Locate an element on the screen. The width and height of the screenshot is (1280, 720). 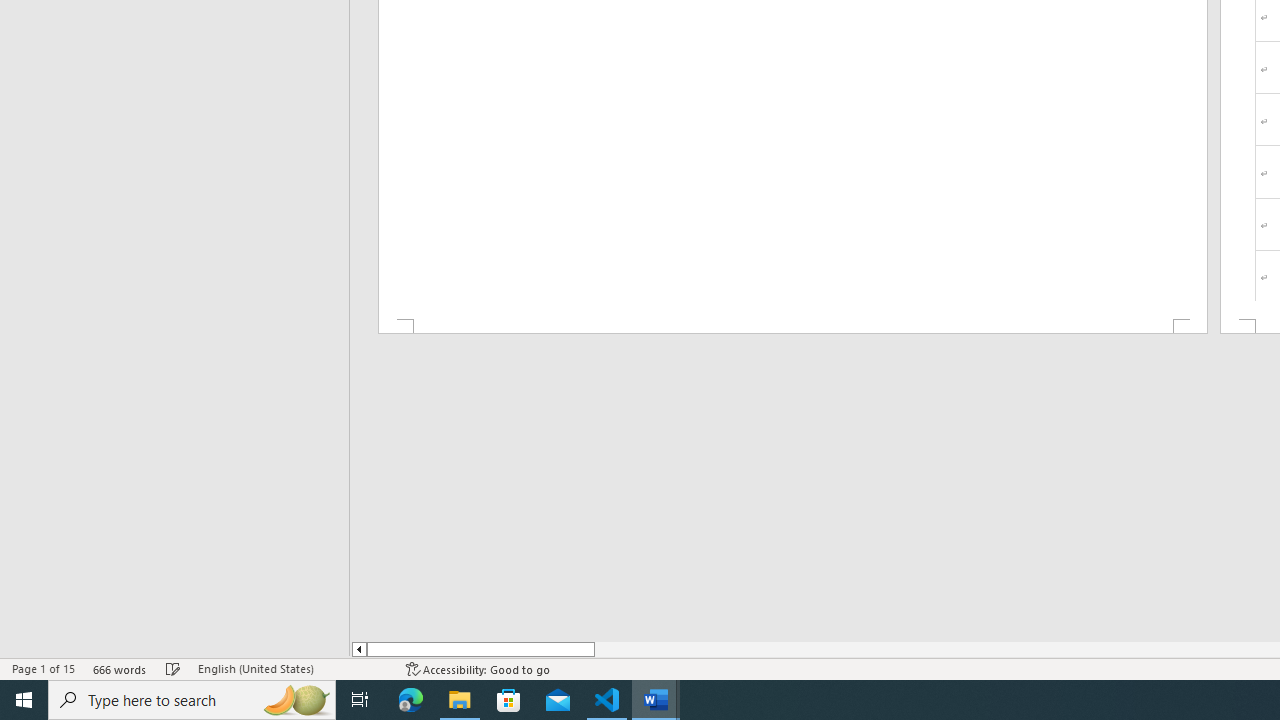
'Word Count 666 words' is located at coordinates (119, 669).